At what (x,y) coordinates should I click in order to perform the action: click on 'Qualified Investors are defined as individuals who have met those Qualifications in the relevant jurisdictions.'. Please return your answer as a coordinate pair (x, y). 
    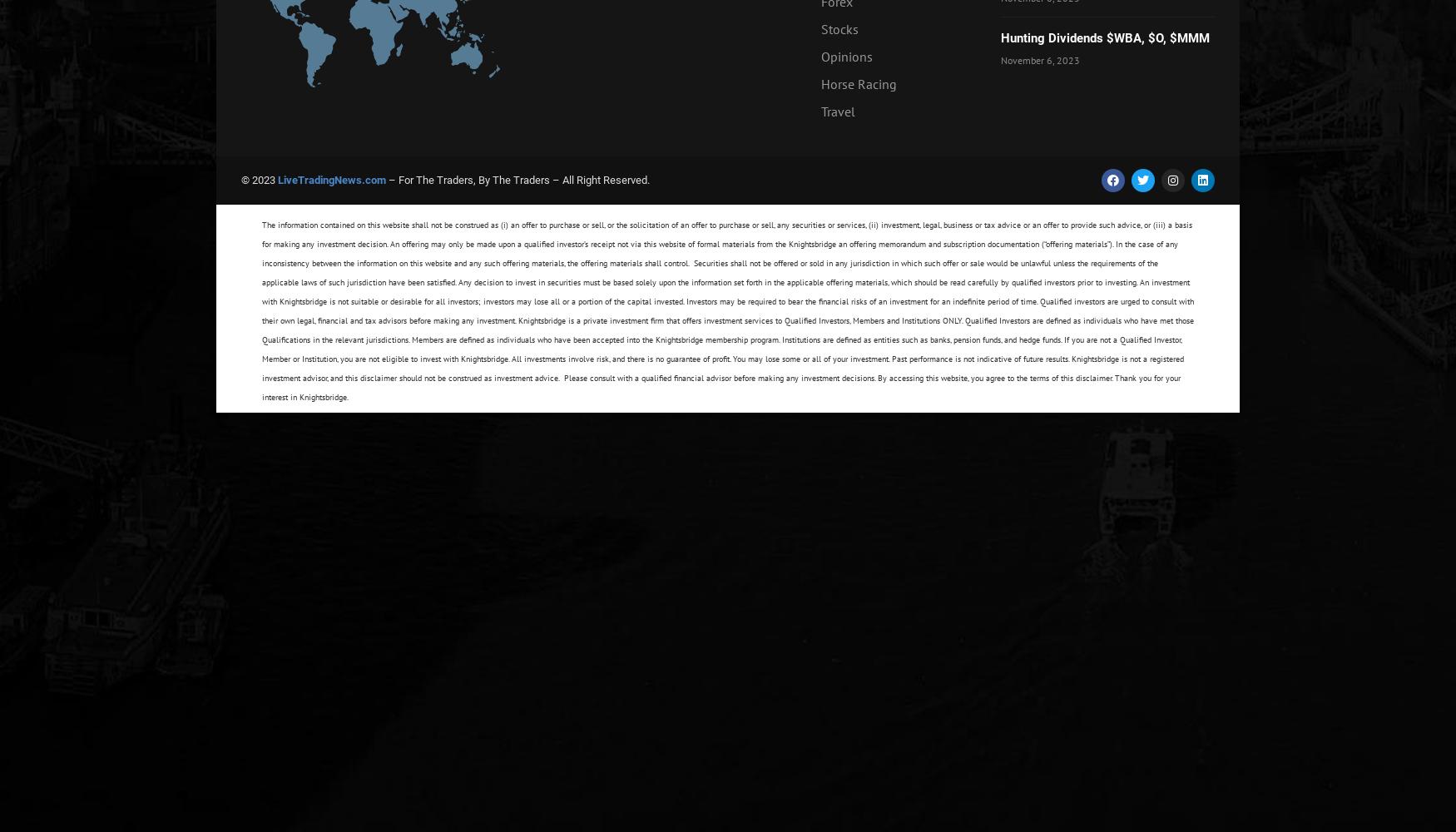
    Looking at the image, I should click on (728, 330).